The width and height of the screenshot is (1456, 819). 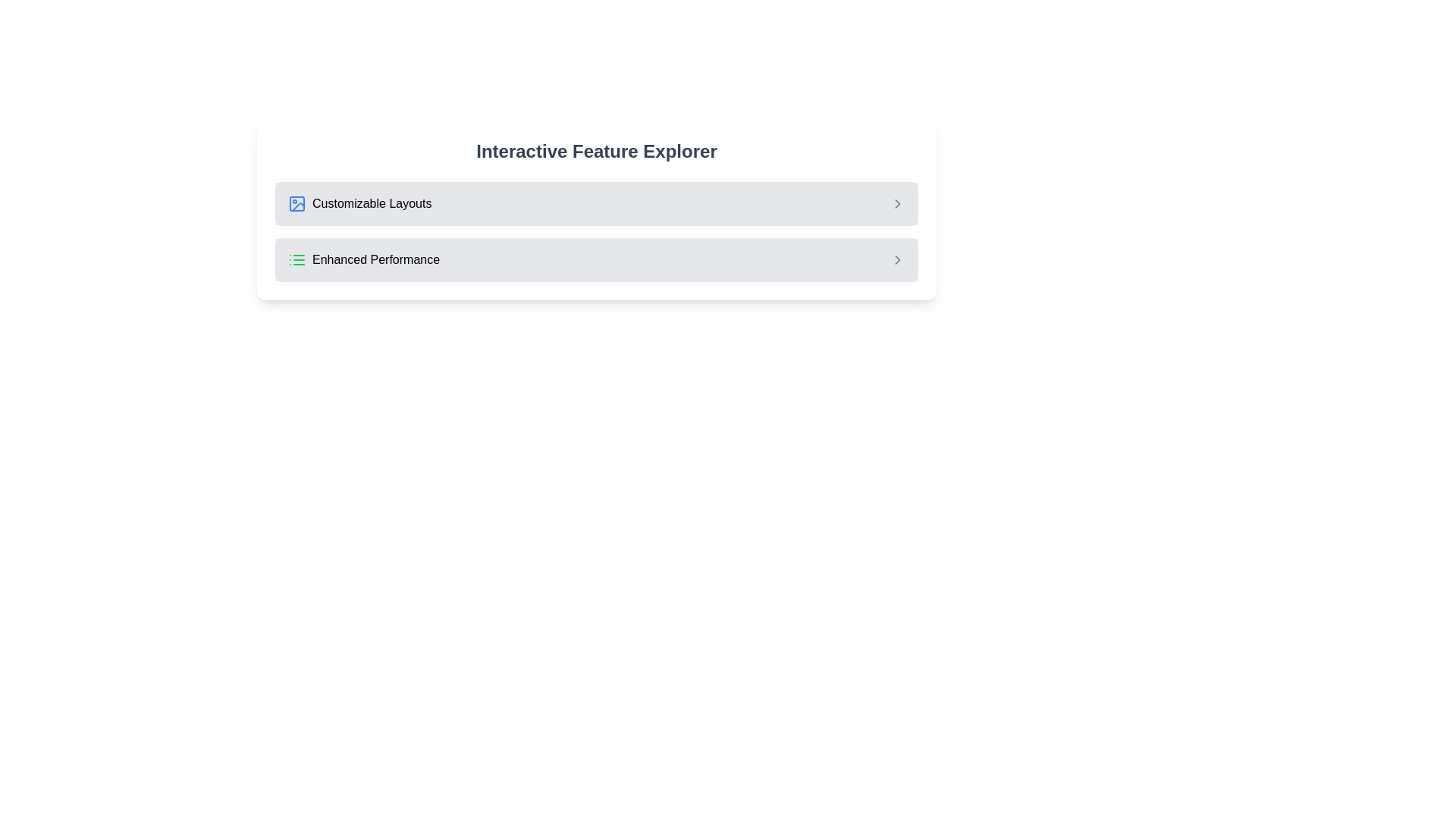 I want to click on the first item in the 'Interactive Feature Explorer' list, so click(x=596, y=203).